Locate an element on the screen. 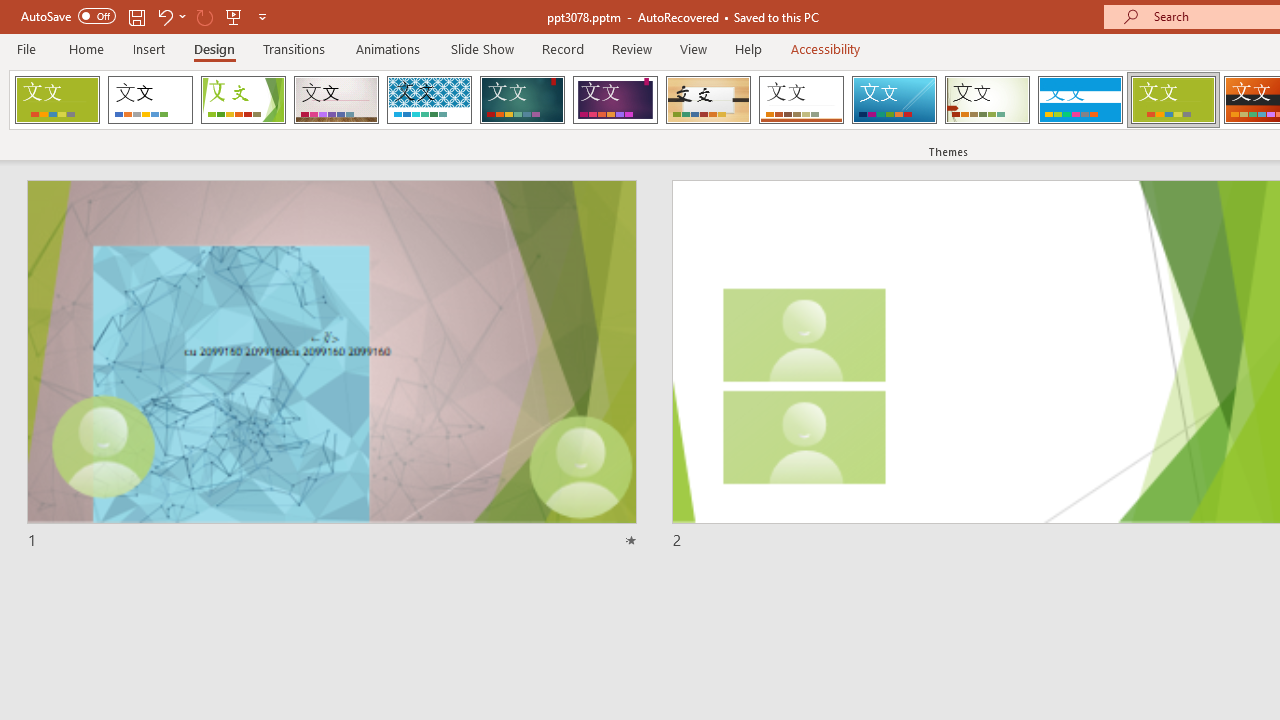 The width and height of the screenshot is (1280, 720). 'Retrospect' is located at coordinates (801, 100).